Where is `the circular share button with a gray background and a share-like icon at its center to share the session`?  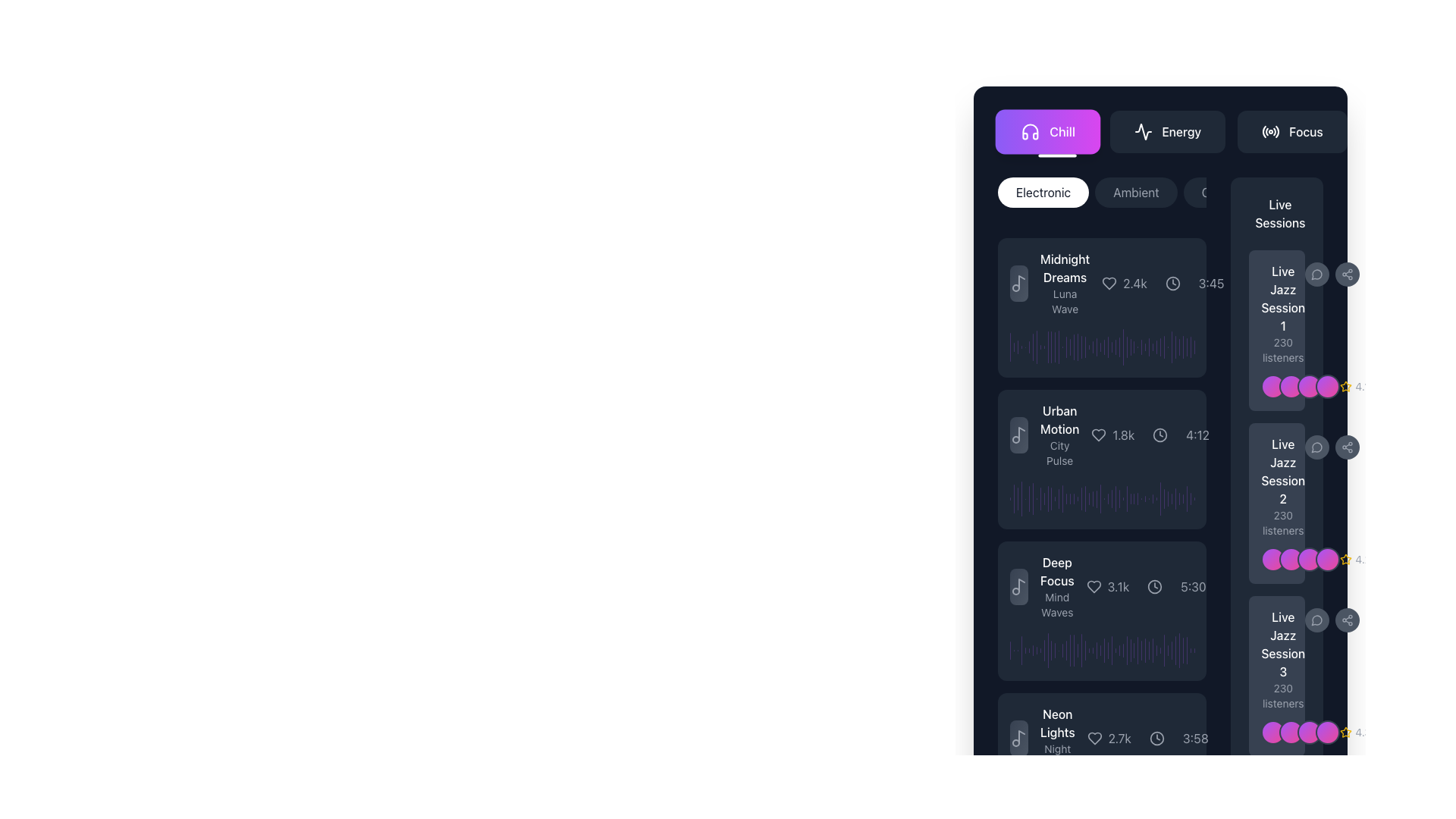 the circular share button with a gray background and a share-like icon at its center to share the session is located at coordinates (1348, 275).